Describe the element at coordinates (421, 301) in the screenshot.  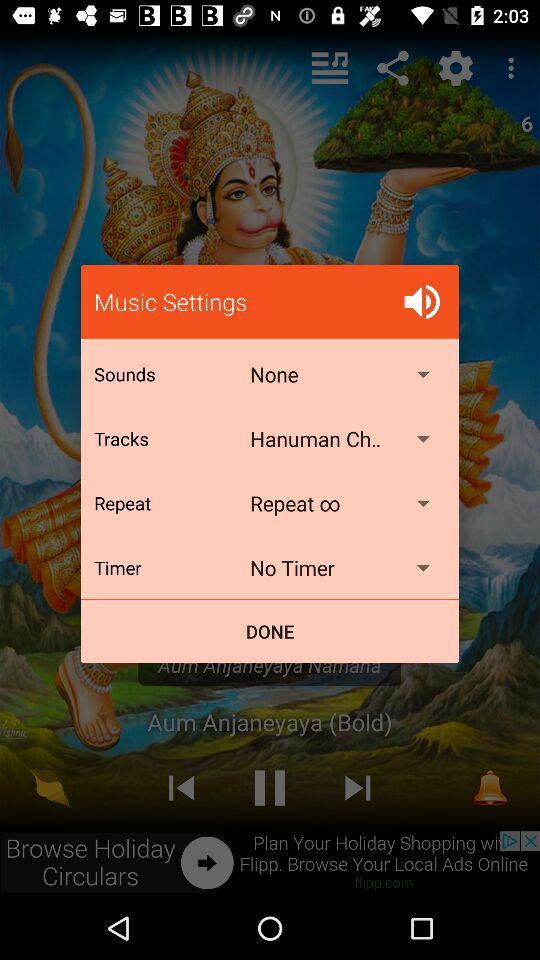
I see `the icon to the right of music settings item` at that location.